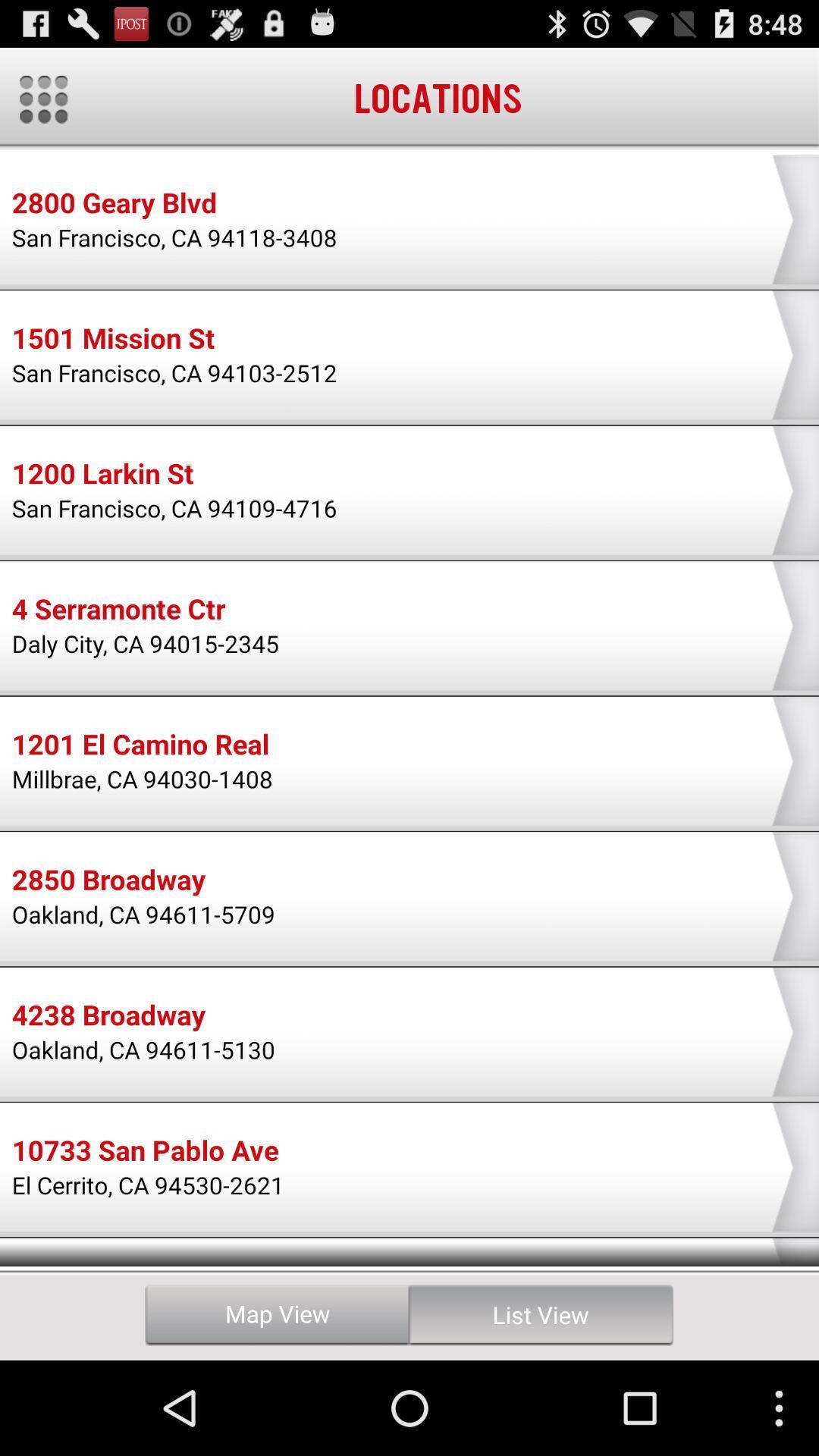 The image size is (819, 1456). Describe the element at coordinates (112, 340) in the screenshot. I see `the icon below san francisco ca app` at that location.